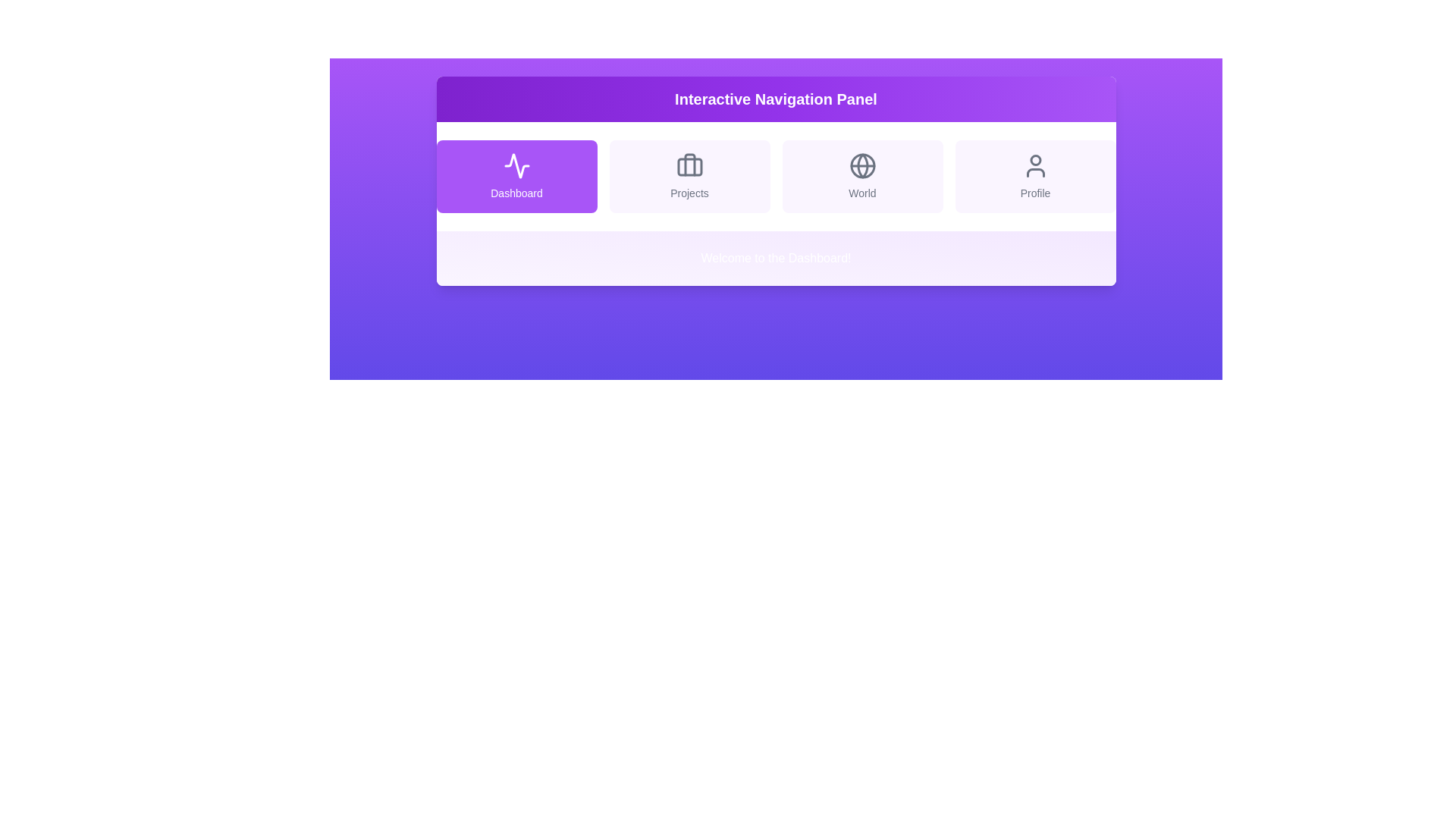 The height and width of the screenshot is (819, 1456). What do you see at coordinates (862, 175) in the screenshot?
I see `the circular globe button labeled 'World'` at bounding box center [862, 175].